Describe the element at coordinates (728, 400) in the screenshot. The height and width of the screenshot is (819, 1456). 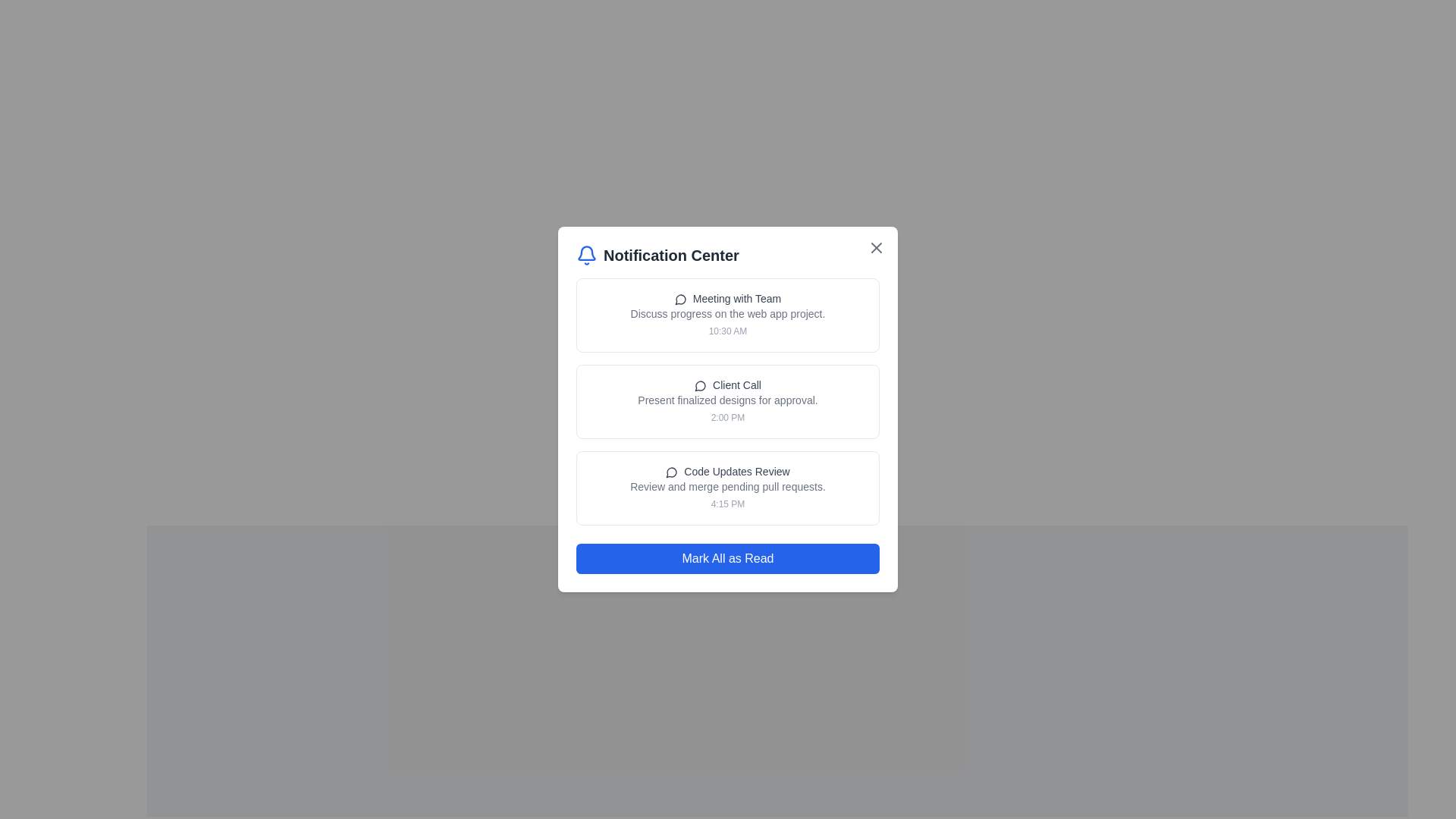
I see `the Notification card in the Notification Center modal, which is the middle card between 'Meeting with Team' and 'Code Updates Review'` at that location.